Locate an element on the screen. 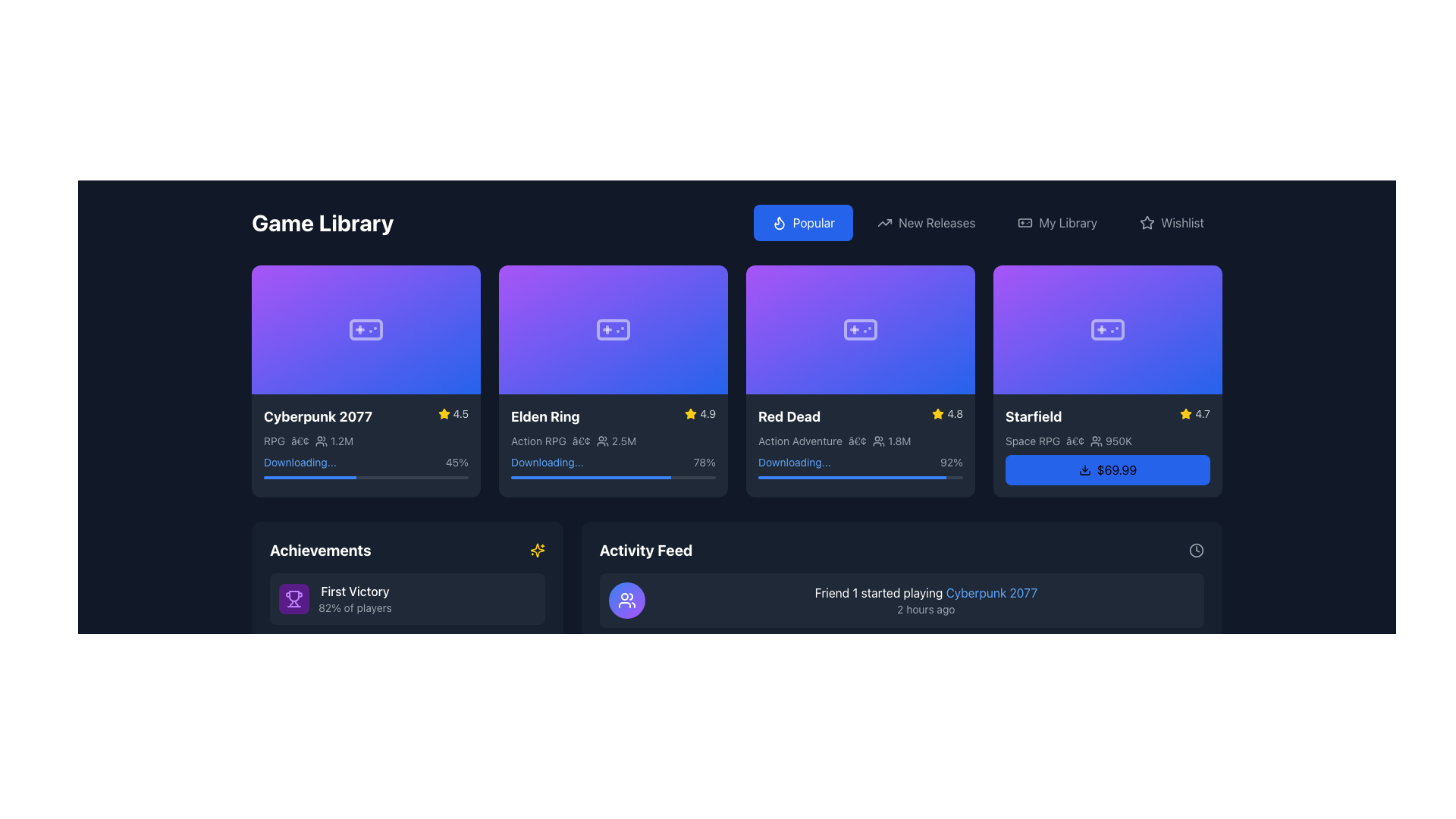 Image resolution: width=1456 pixels, height=819 pixels. the circular gradient icon with a white silhouette of two human figures, located in the 'Activity Feed' section near the text 'Friend 1 started playing Cyberpunk 2077' is located at coordinates (626, 599).